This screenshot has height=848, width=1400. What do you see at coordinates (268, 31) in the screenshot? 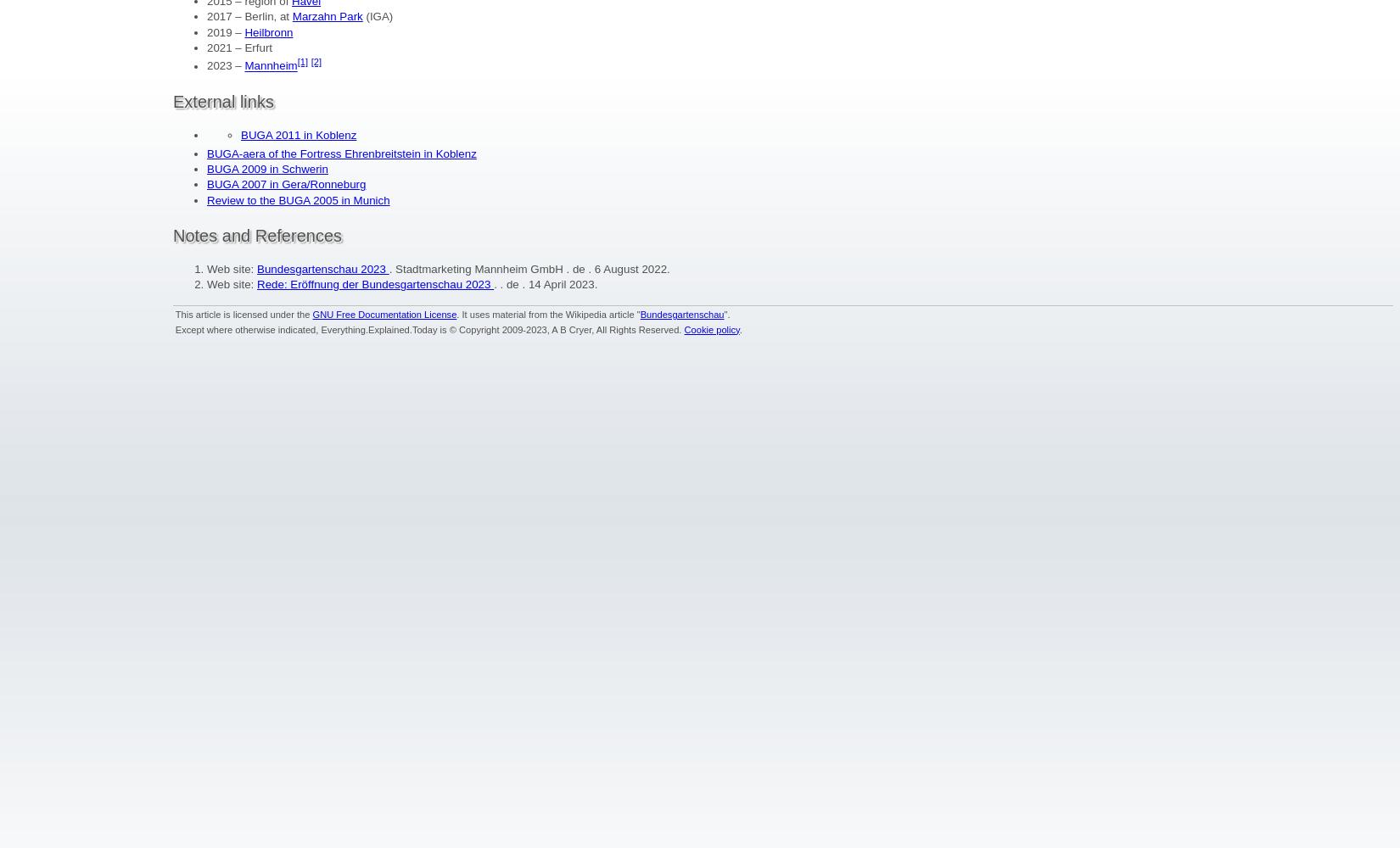
I see `'Heilbronn'` at bounding box center [268, 31].